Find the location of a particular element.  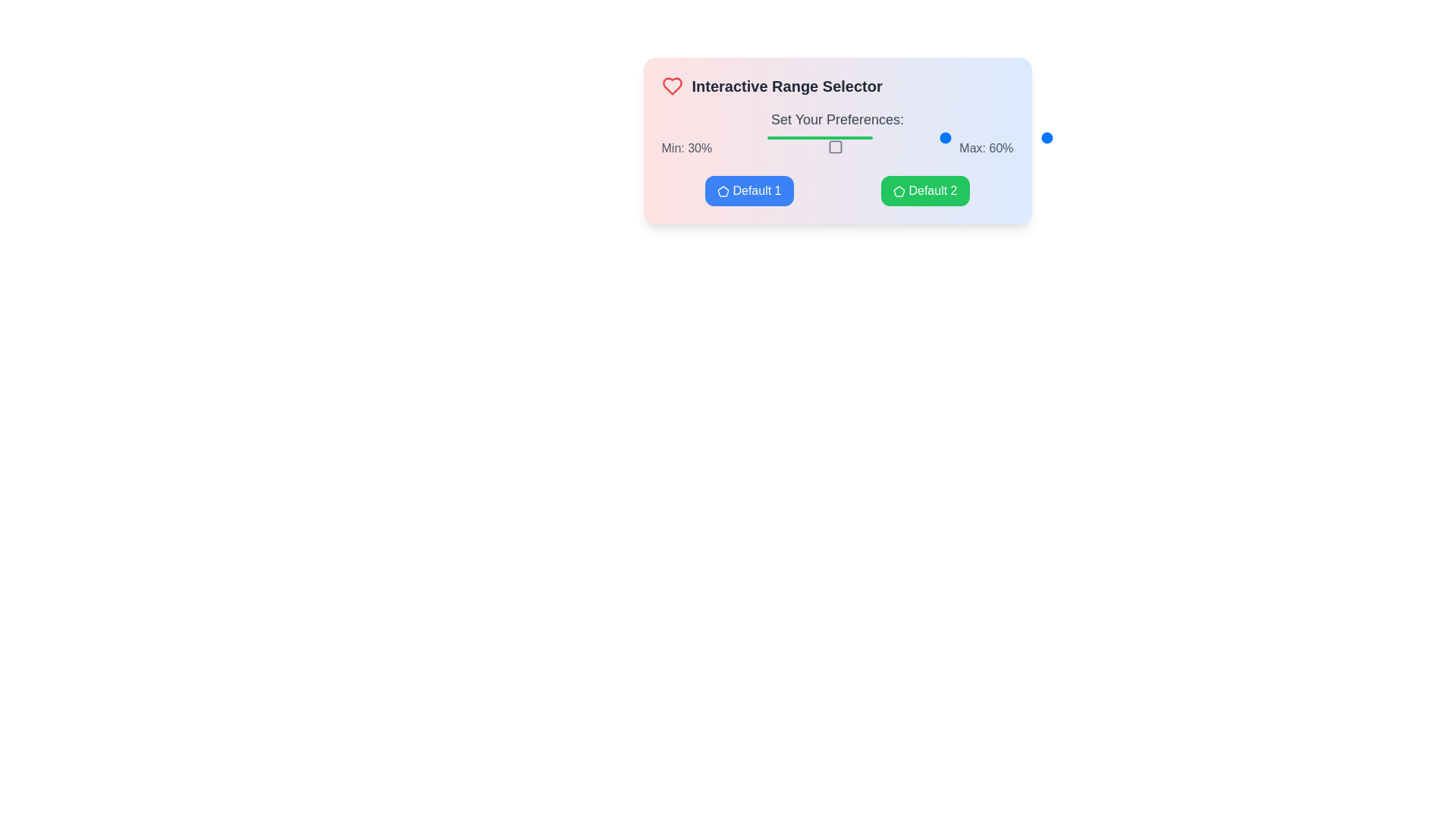

the heart icon that signifies a 'like' or 'favorite' function, located to the left of the title text 'Interactive Range Selector' is located at coordinates (671, 86).